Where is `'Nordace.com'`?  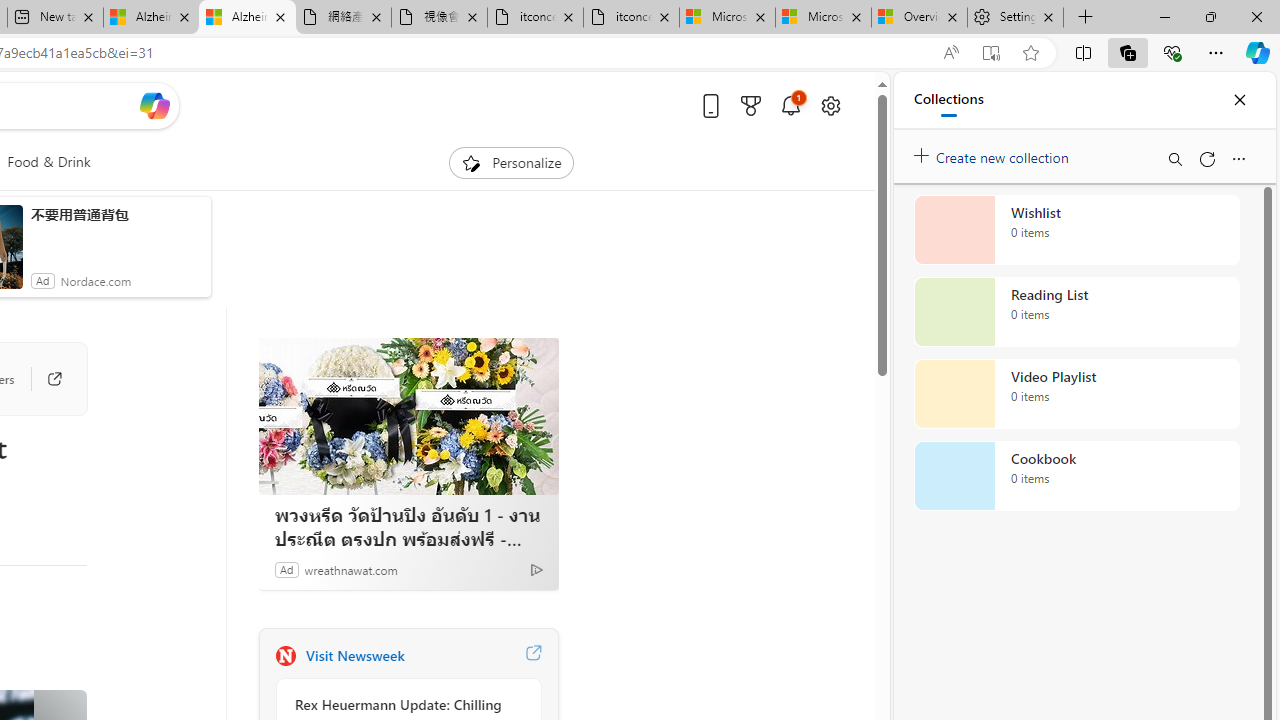 'Nordace.com' is located at coordinates (94, 280).